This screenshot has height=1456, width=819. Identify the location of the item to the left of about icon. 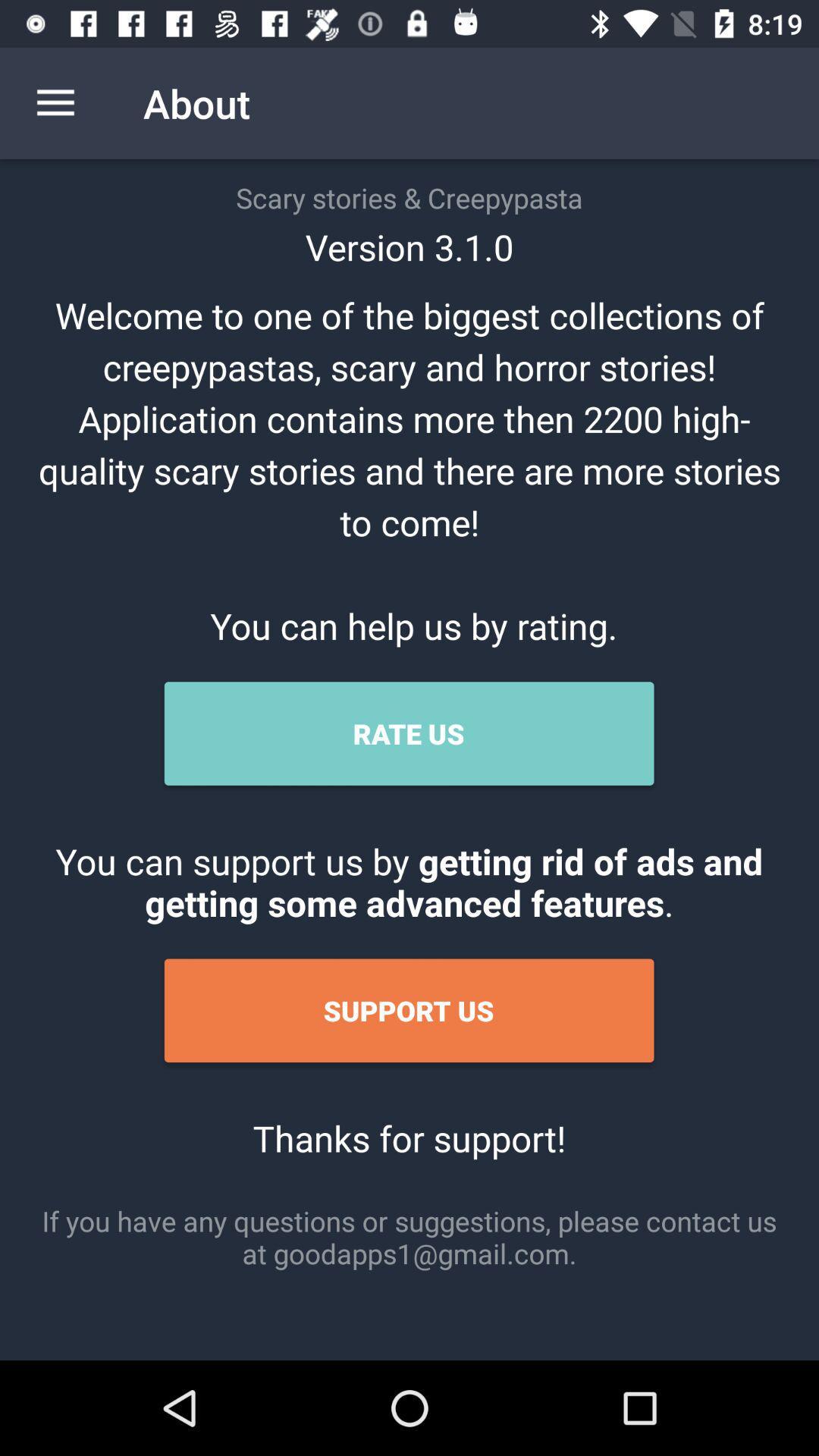
(55, 102).